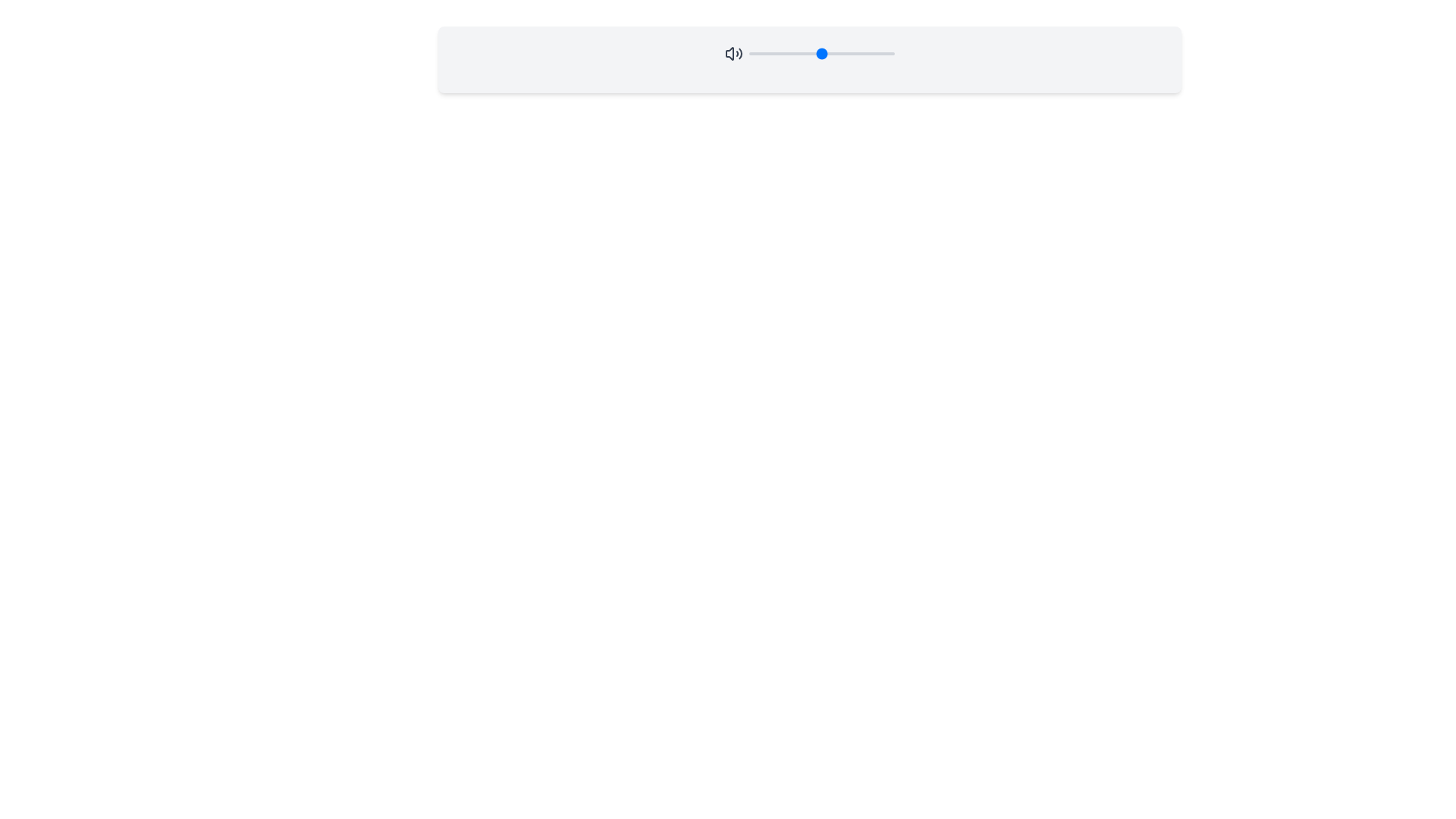  I want to click on the slider, so click(892, 52).